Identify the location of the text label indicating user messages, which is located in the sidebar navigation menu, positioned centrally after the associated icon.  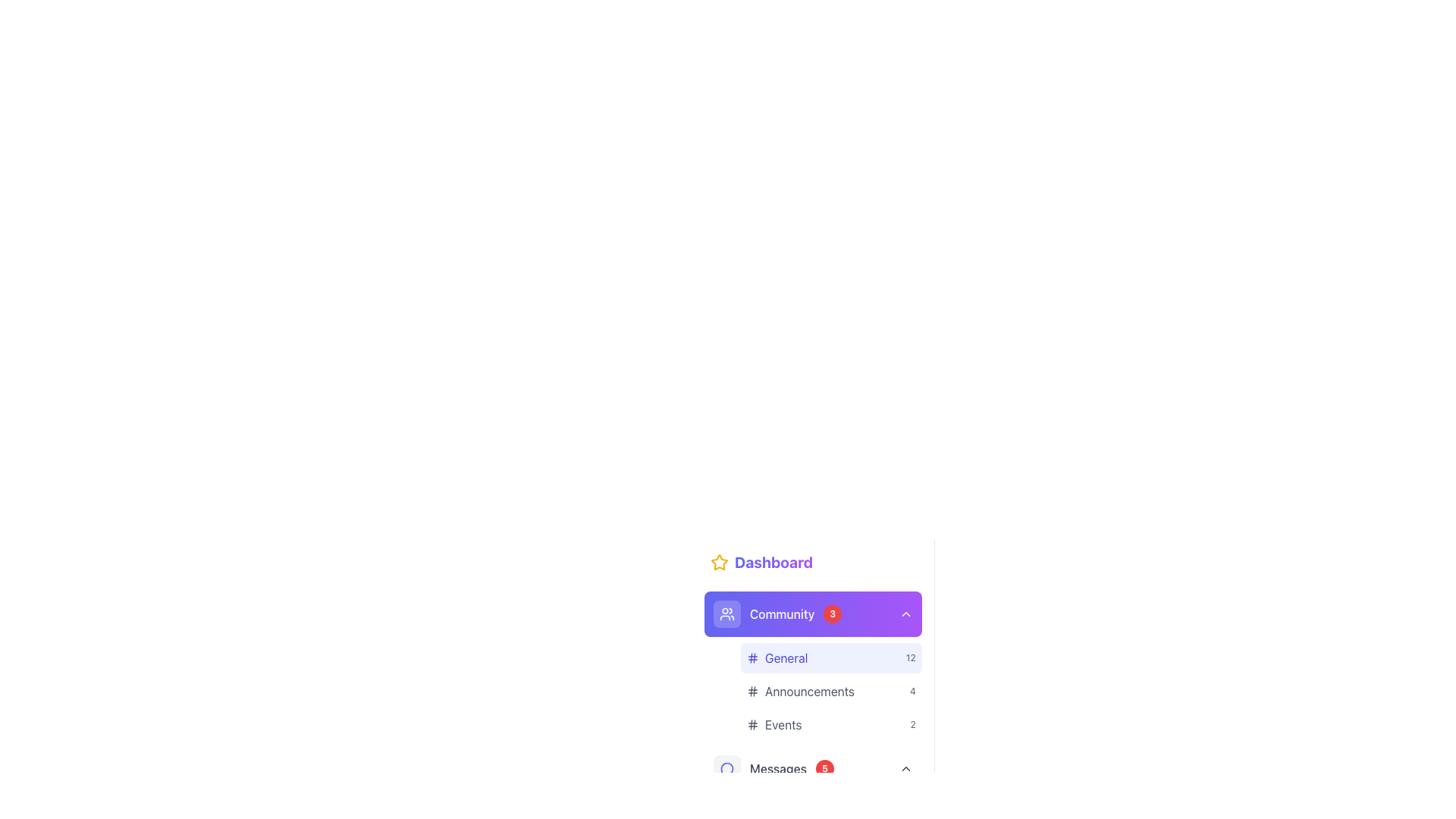
(778, 769).